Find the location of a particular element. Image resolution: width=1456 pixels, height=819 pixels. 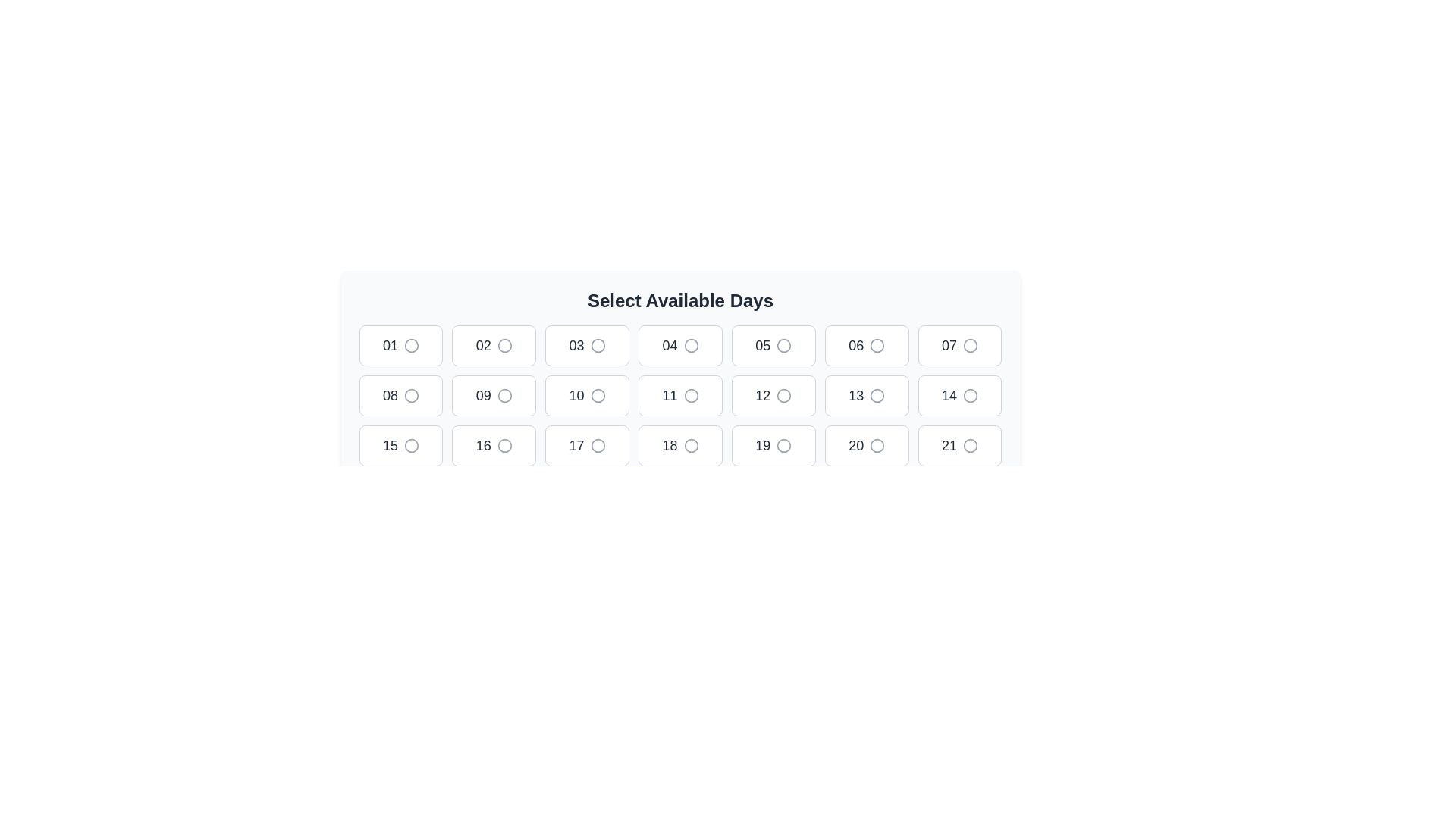

the button labeled with the number '16' located in the third row and second column of the grid under the heading 'Select Available Days' is located at coordinates (482, 444).